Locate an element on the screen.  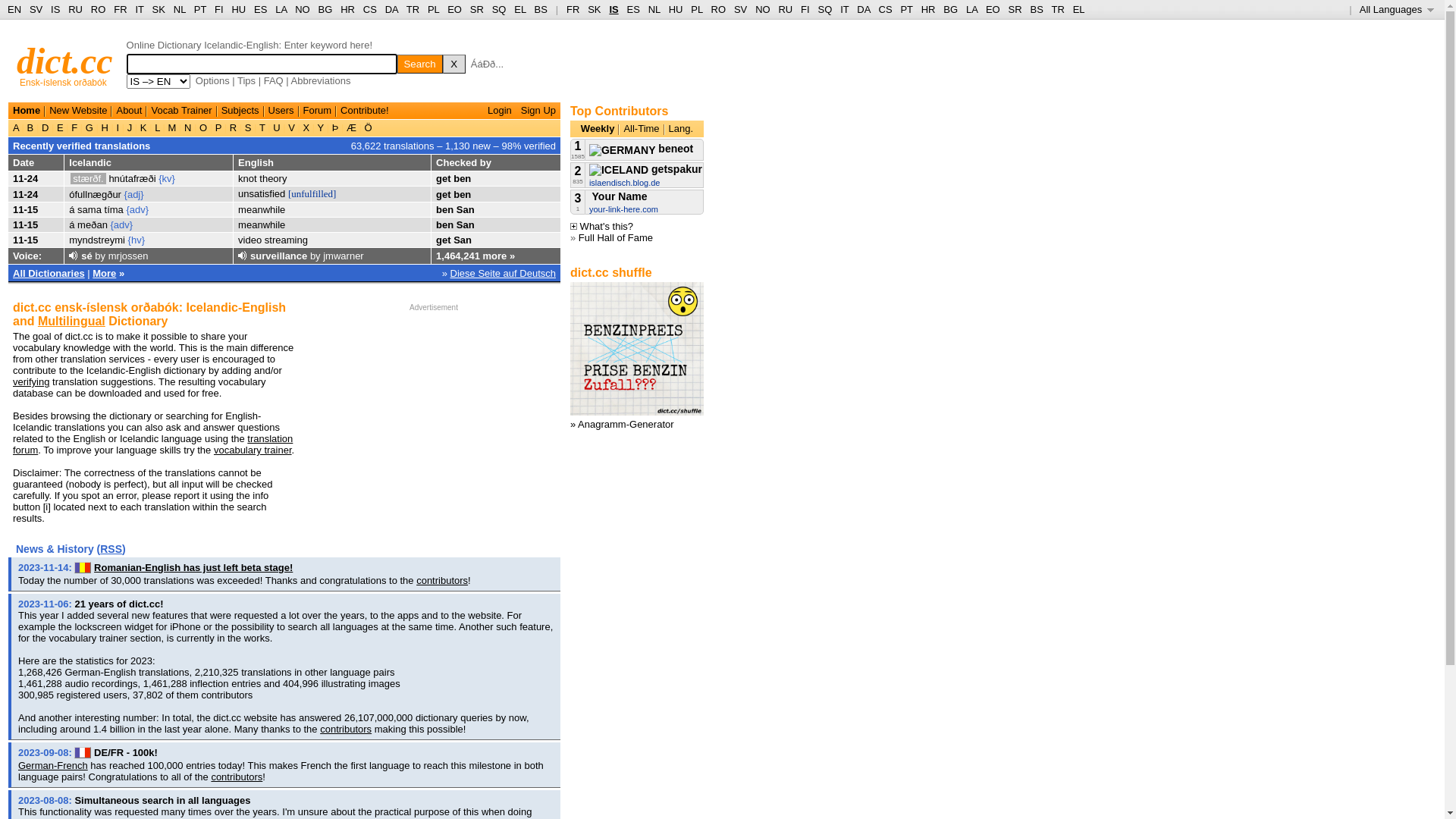
'get' is located at coordinates (443, 239).